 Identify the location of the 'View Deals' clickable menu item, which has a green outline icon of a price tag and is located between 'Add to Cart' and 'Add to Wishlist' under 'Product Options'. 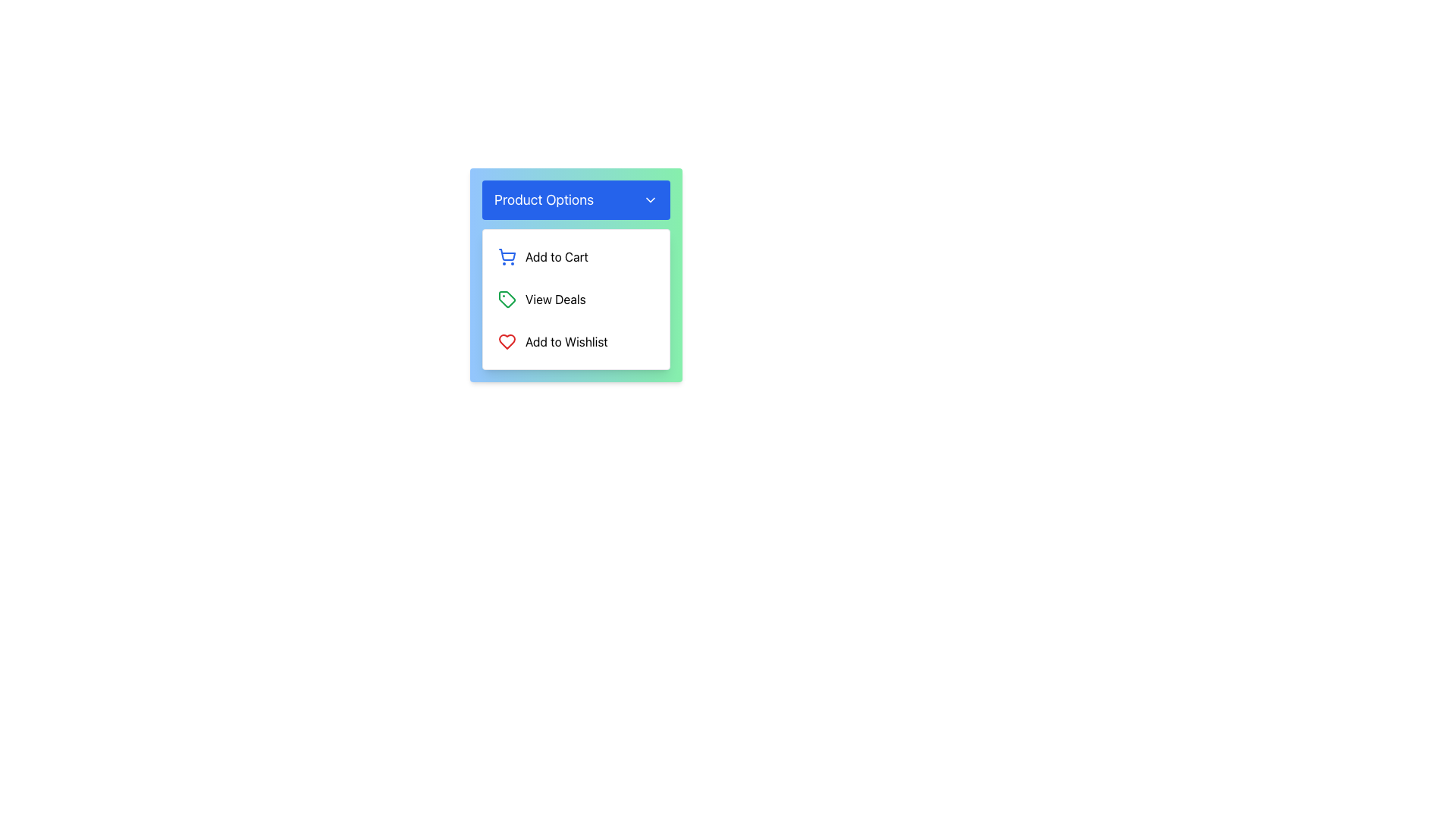
(575, 299).